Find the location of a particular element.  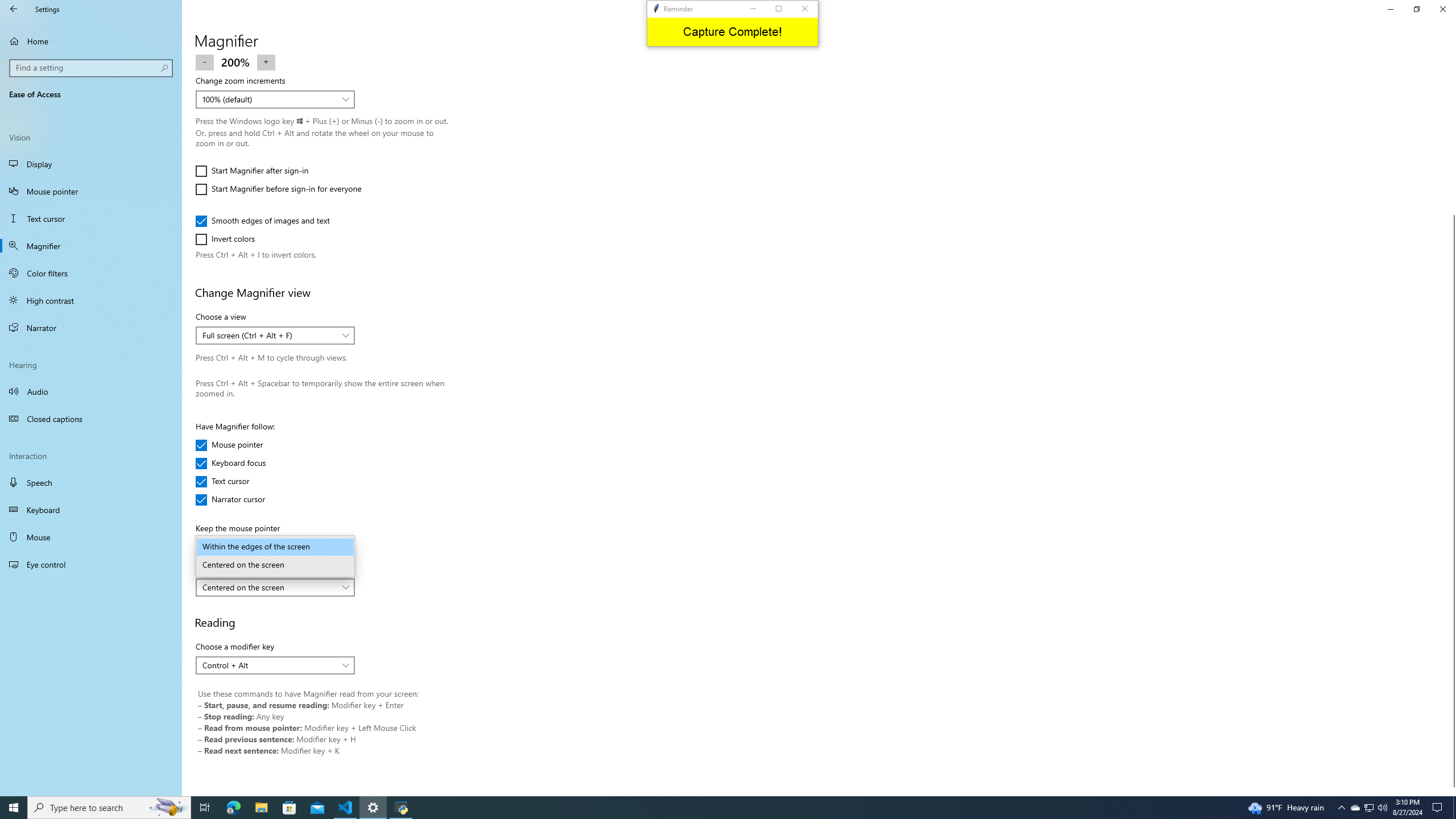

'Start Magnifier after sign-in' is located at coordinates (251, 170).